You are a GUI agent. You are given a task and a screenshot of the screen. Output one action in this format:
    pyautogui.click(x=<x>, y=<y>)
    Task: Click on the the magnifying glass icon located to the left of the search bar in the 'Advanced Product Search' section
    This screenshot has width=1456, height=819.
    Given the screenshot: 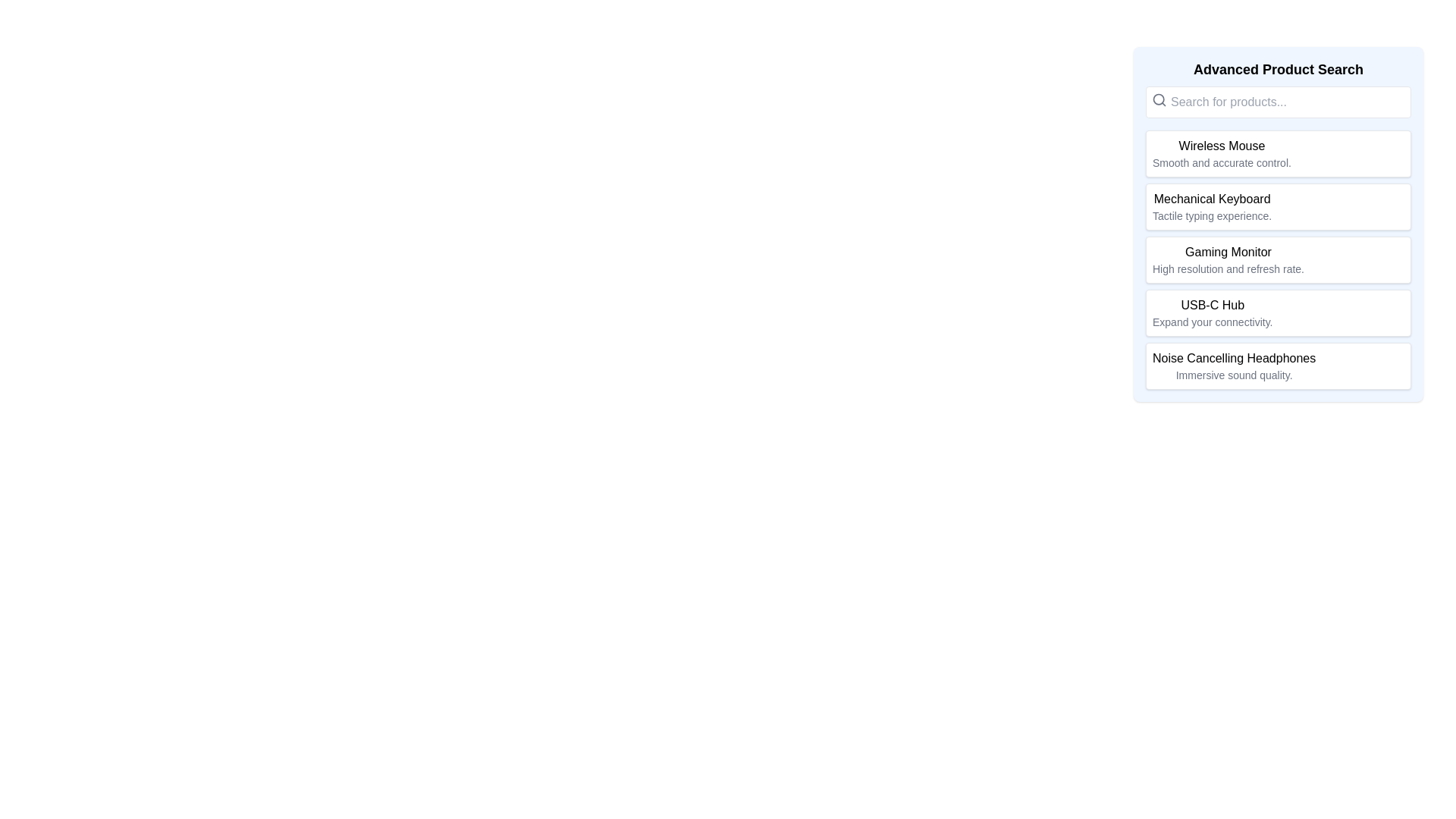 What is the action you would take?
    pyautogui.click(x=1159, y=99)
    